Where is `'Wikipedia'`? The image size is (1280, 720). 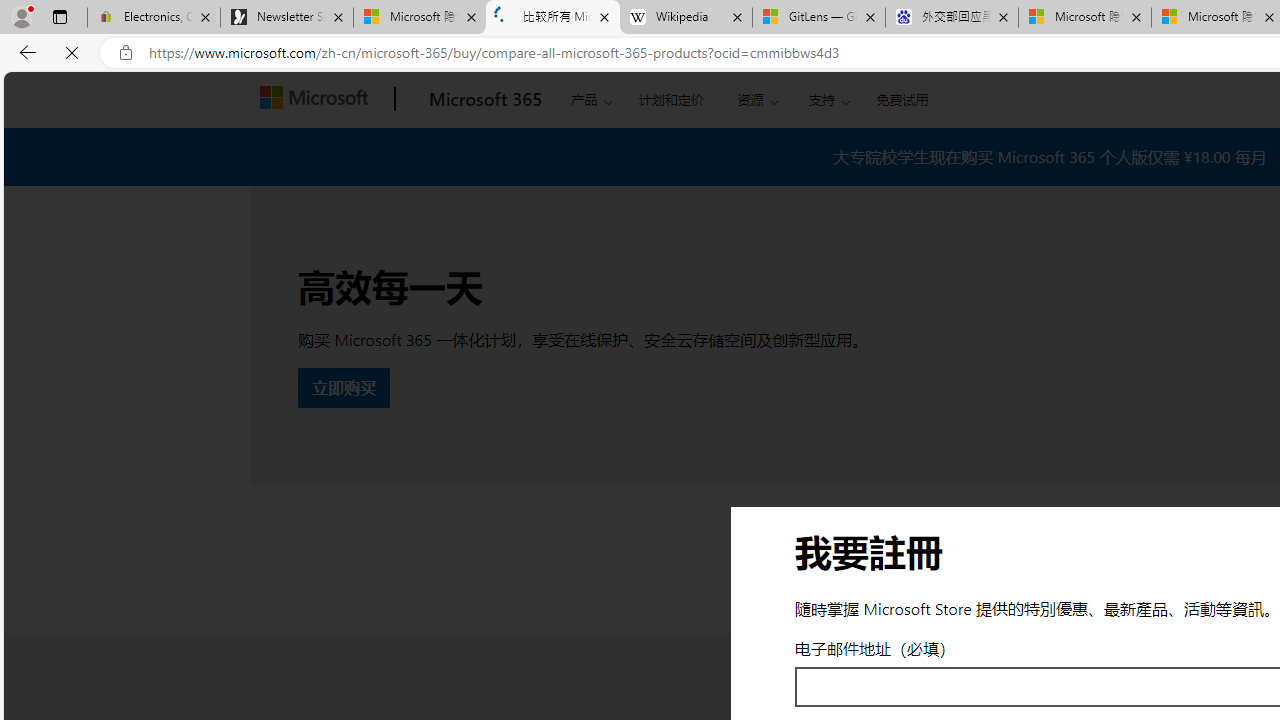
'Wikipedia' is located at coordinates (686, 17).